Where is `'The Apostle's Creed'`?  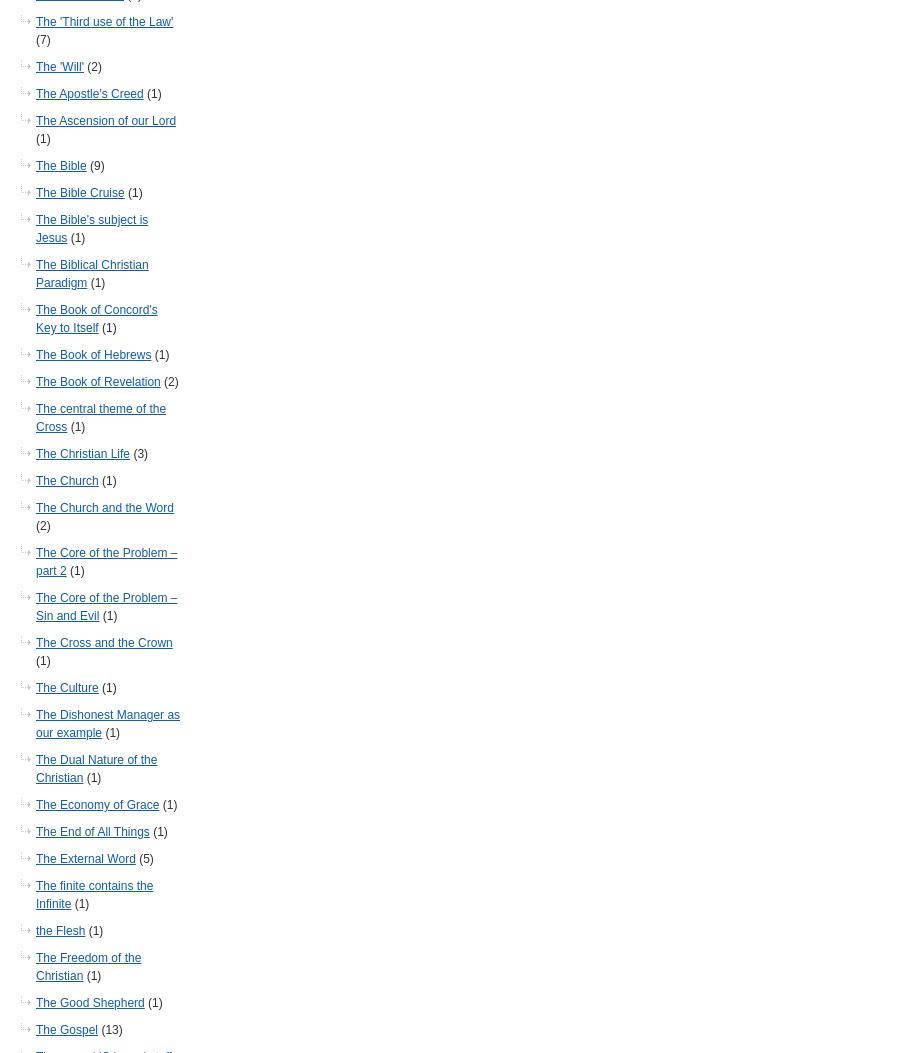
'The Apostle's Creed' is located at coordinates (89, 93).